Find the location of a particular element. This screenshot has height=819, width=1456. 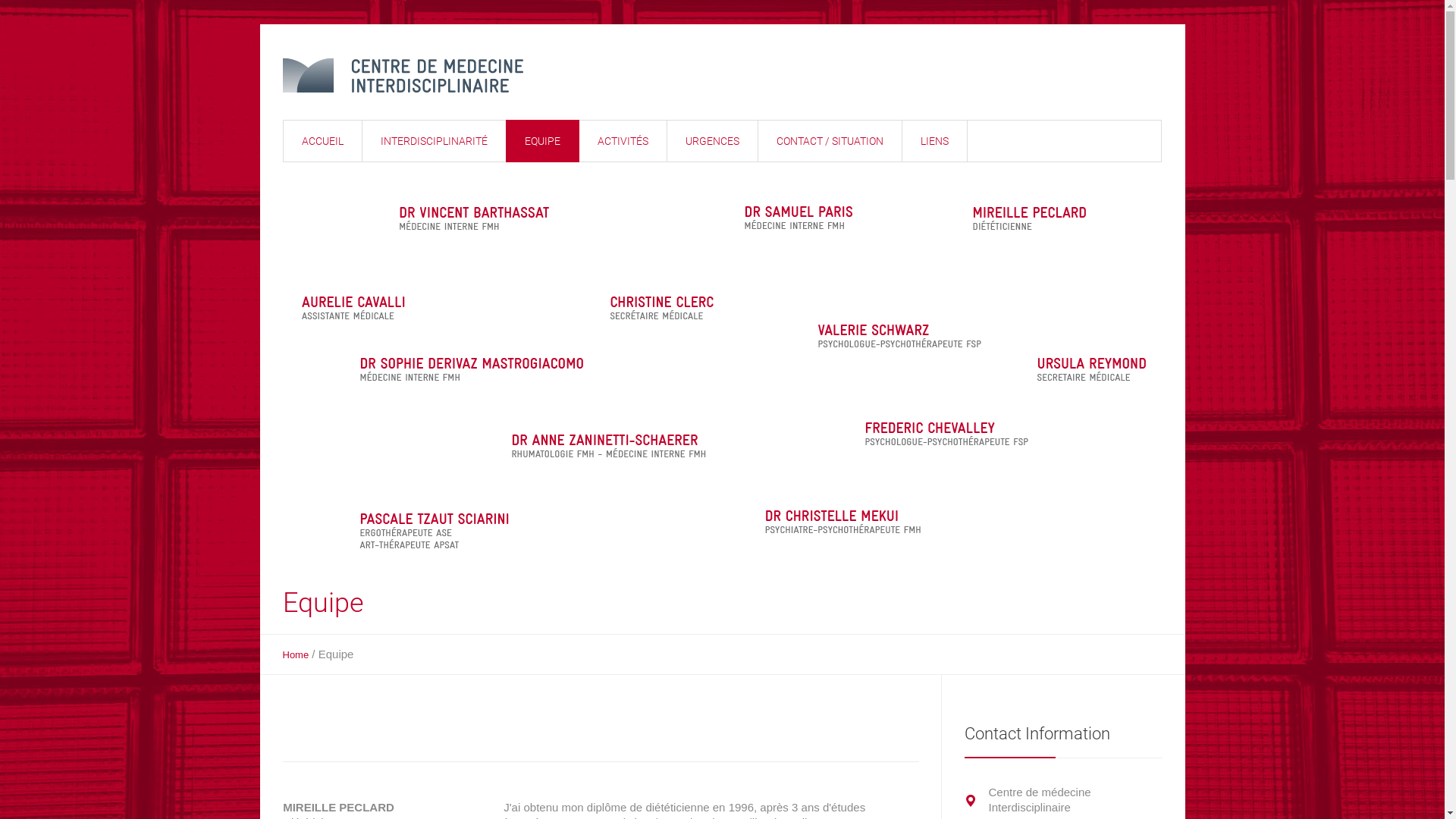

'EQUIPE' is located at coordinates (541, 140).